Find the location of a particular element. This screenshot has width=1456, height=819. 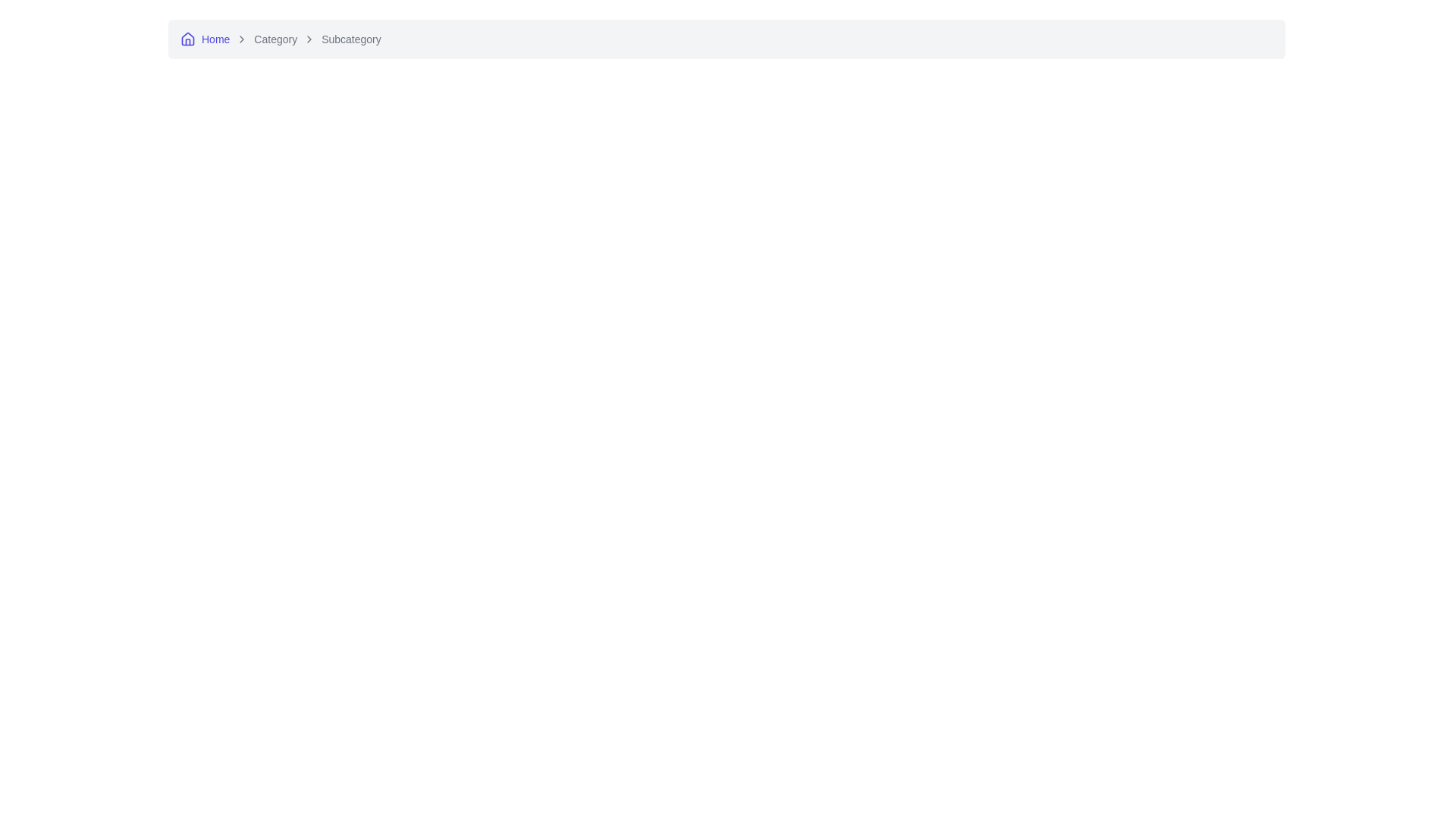

the 'Subcategory' text label styled in gray color located in the breadcrumb navigation interface, positioned at the far right following 'Category' is located at coordinates (350, 38).